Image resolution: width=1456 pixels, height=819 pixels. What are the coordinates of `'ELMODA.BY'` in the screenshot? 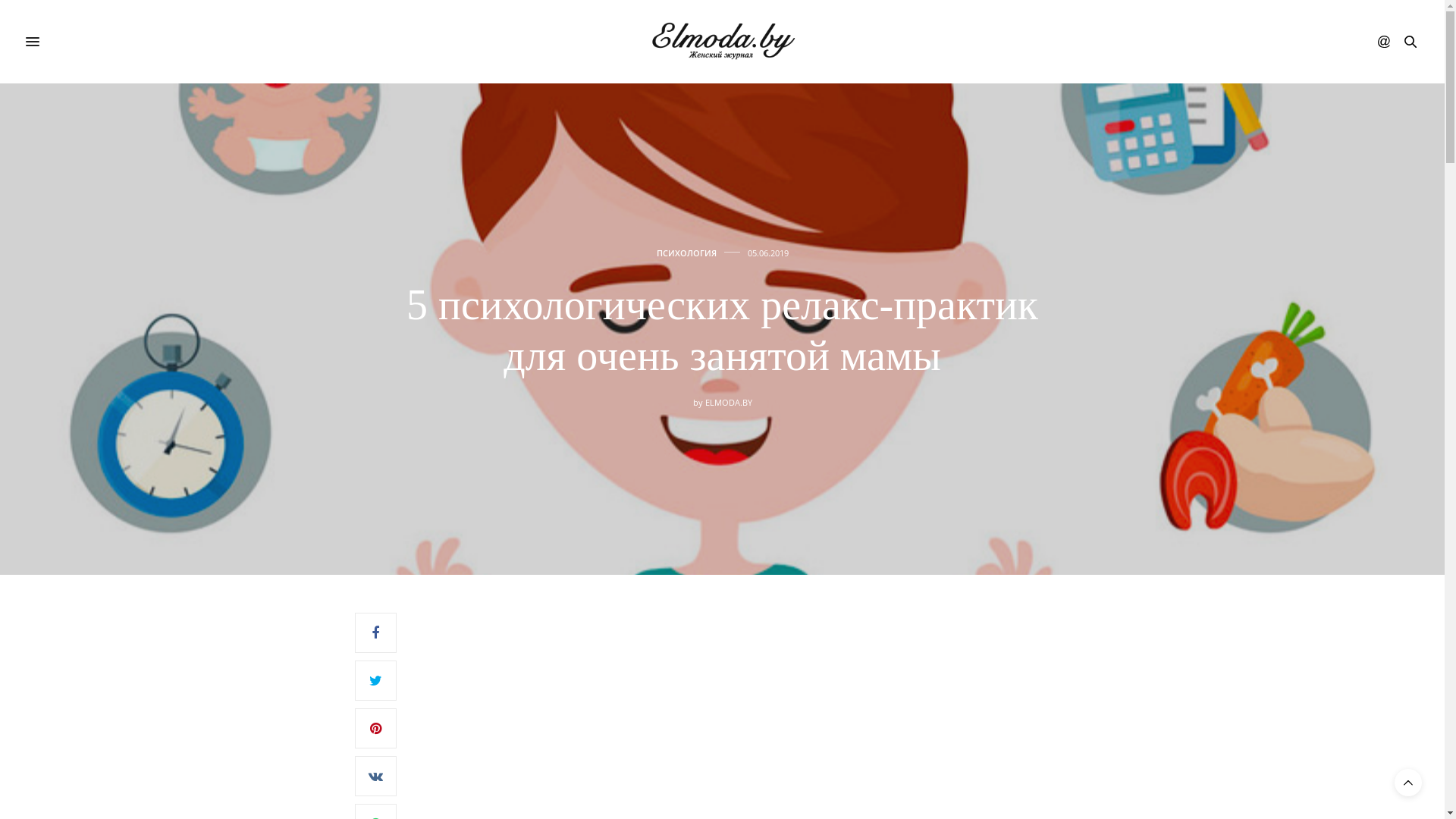 It's located at (728, 401).